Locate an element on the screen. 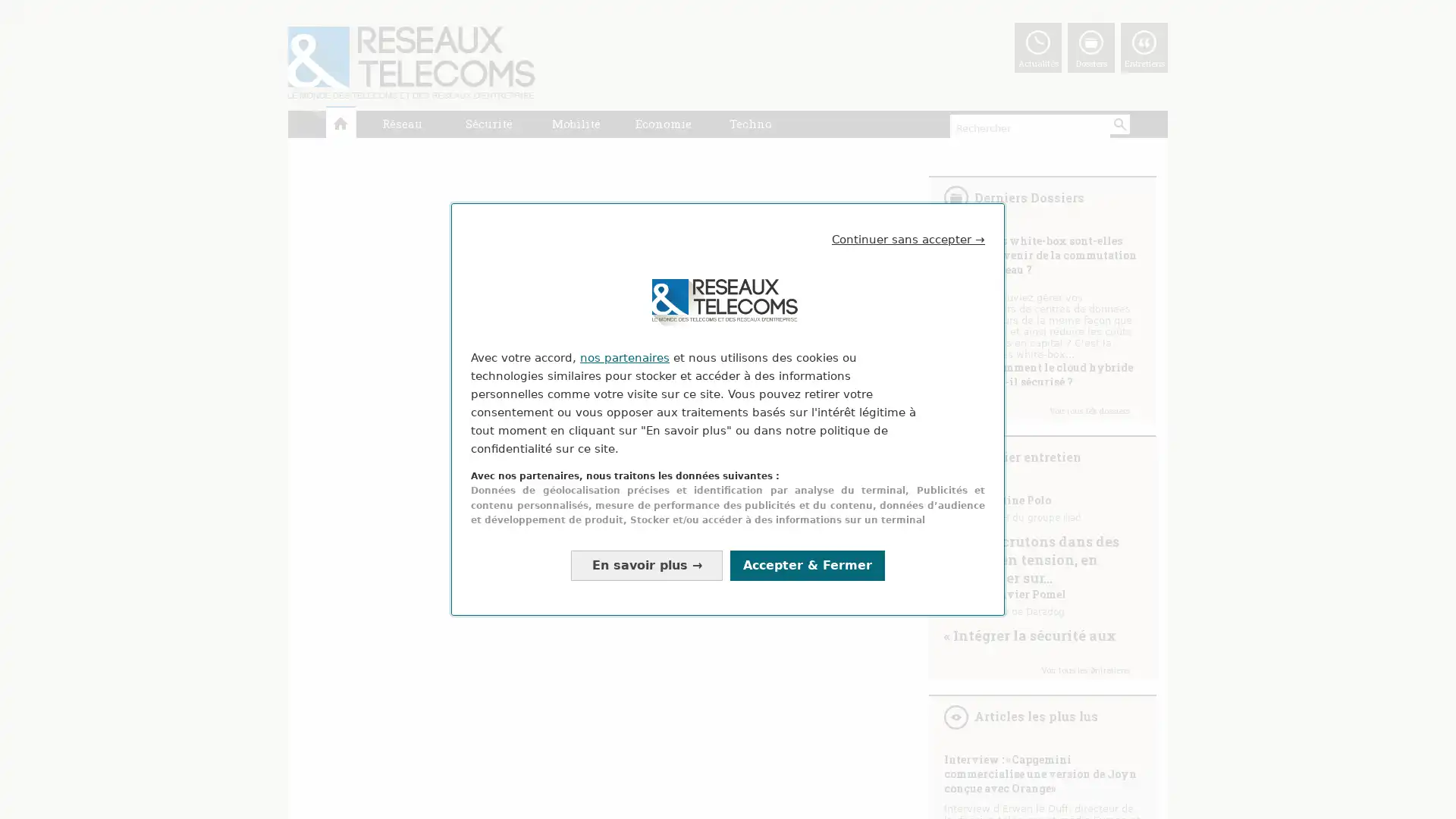 This screenshot has width=1456, height=819. Accepter notre traitement des donnees et fermer is located at coordinates (807, 565).